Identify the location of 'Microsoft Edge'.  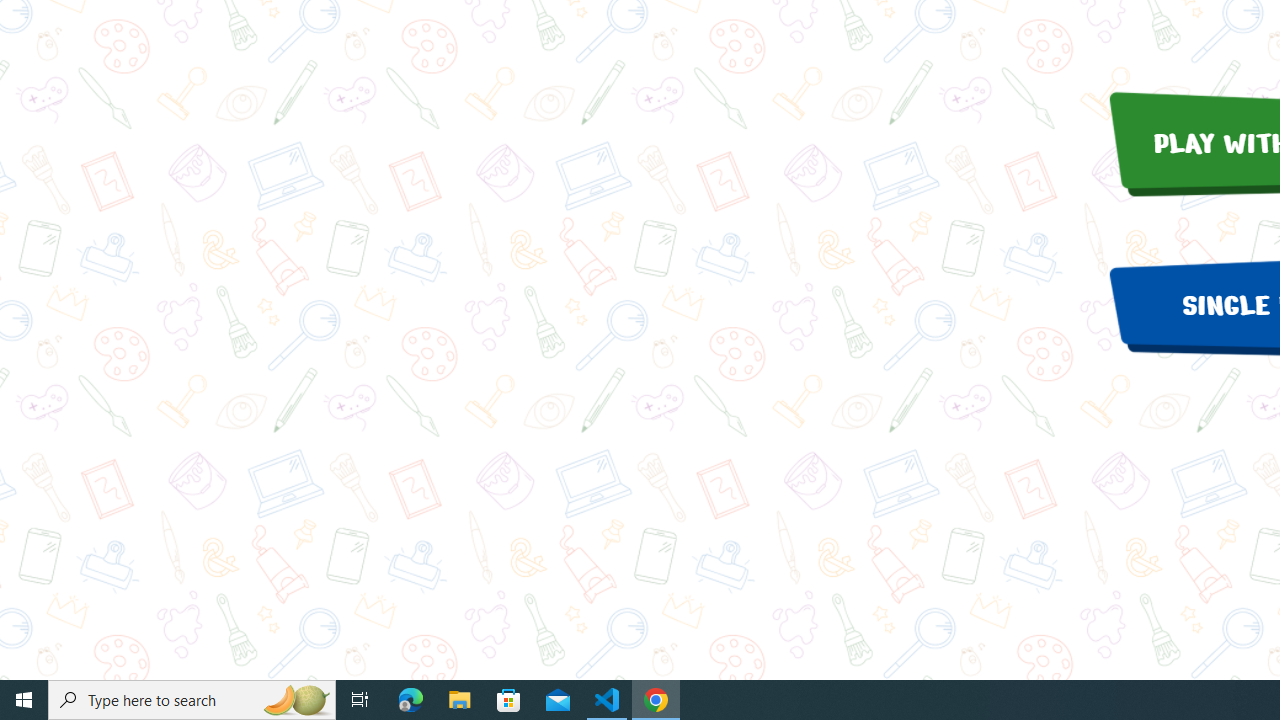
(410, 698).